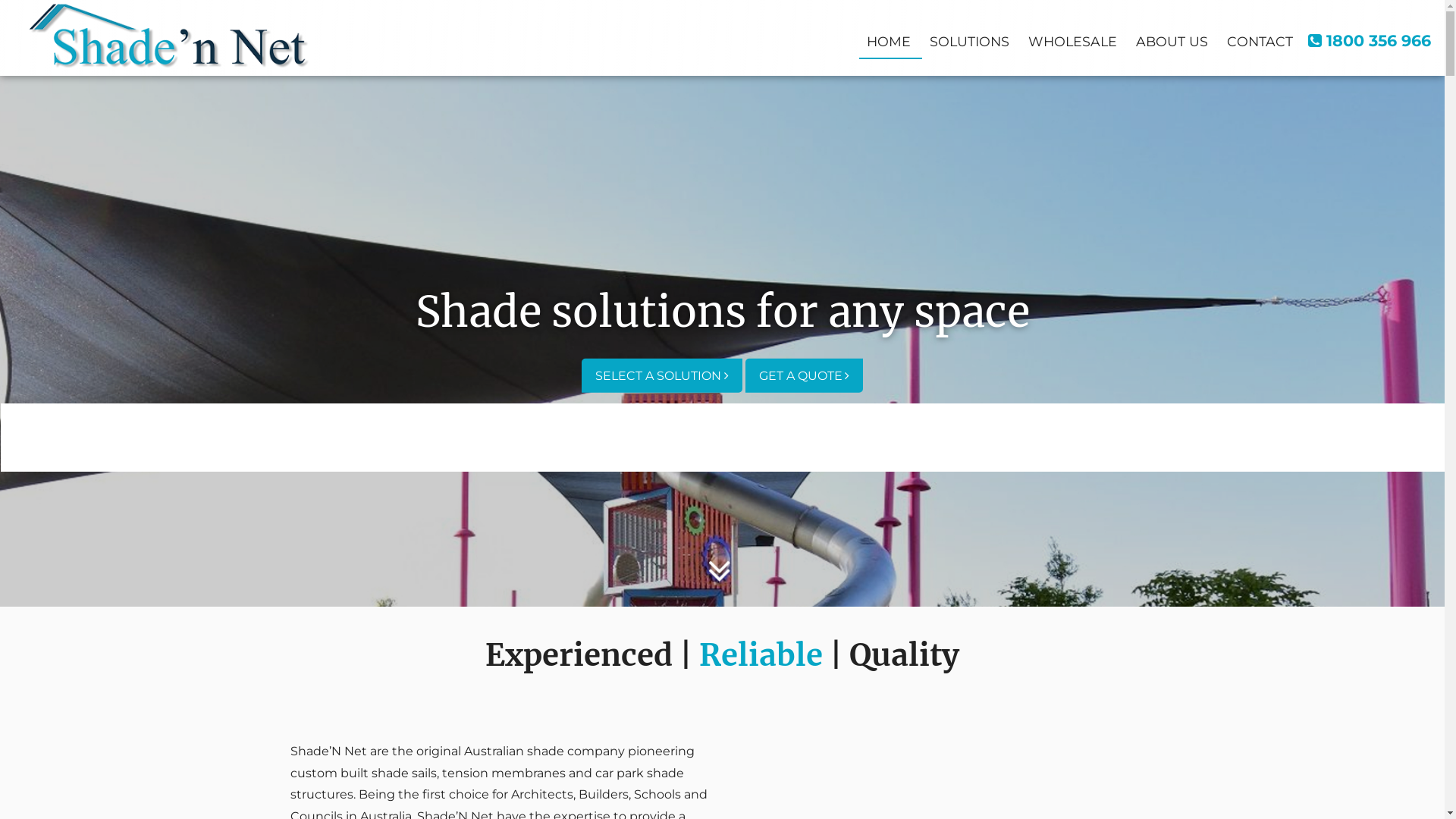  What do you see at coordinates (168, 34) in the screenshot?
I see `'Shade N Net'` at bounding box center [168, 34].